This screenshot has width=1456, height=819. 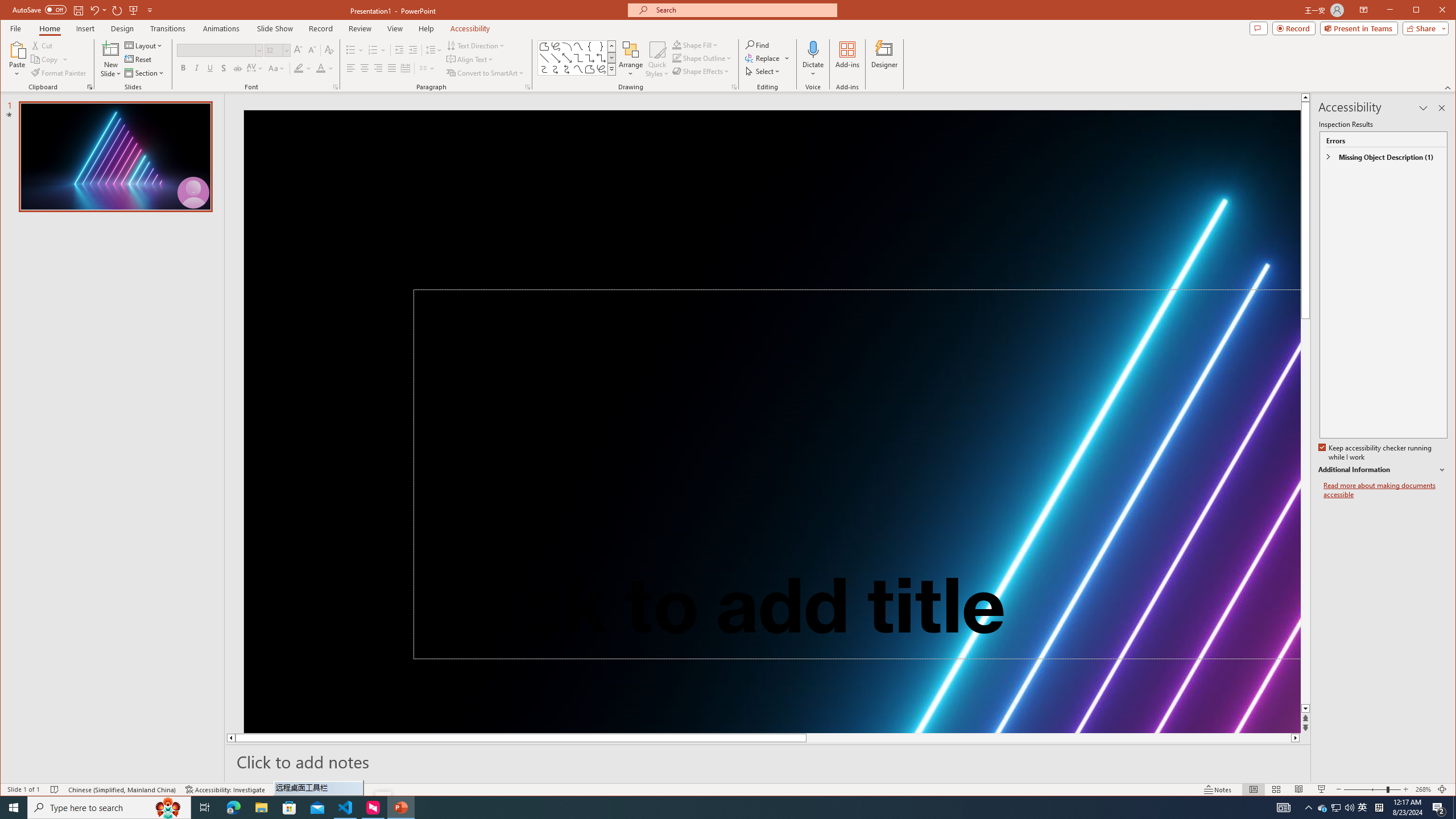 I want to click on 'Connector: Curved', so click(x=544, y=69).